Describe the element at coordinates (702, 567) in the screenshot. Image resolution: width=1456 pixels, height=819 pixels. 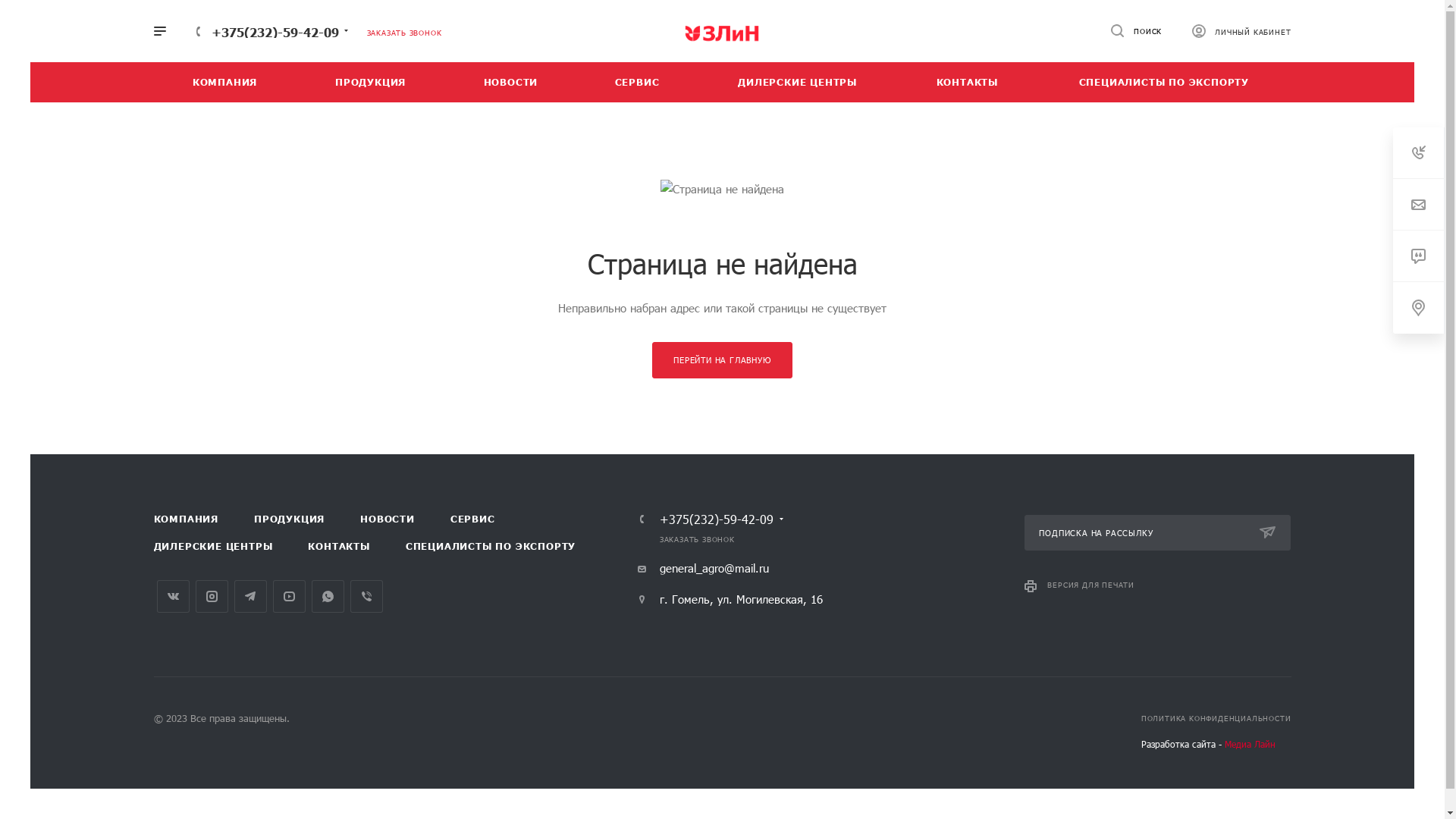
I see `'general_agro@mail.ru'` at that location.